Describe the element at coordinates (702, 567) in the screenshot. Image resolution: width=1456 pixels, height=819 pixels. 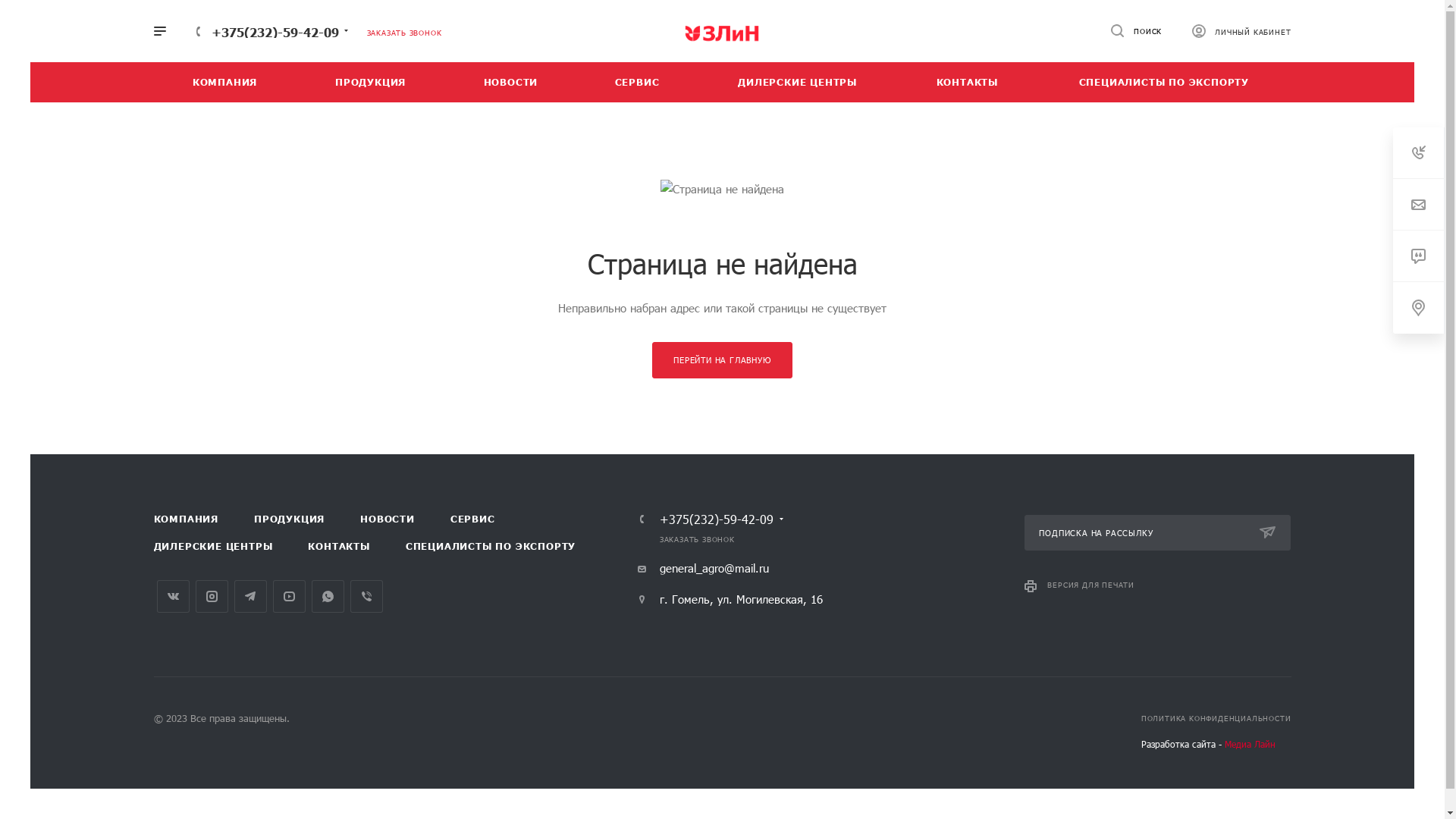
I see `'general_agro@mail.ru'` at that location.